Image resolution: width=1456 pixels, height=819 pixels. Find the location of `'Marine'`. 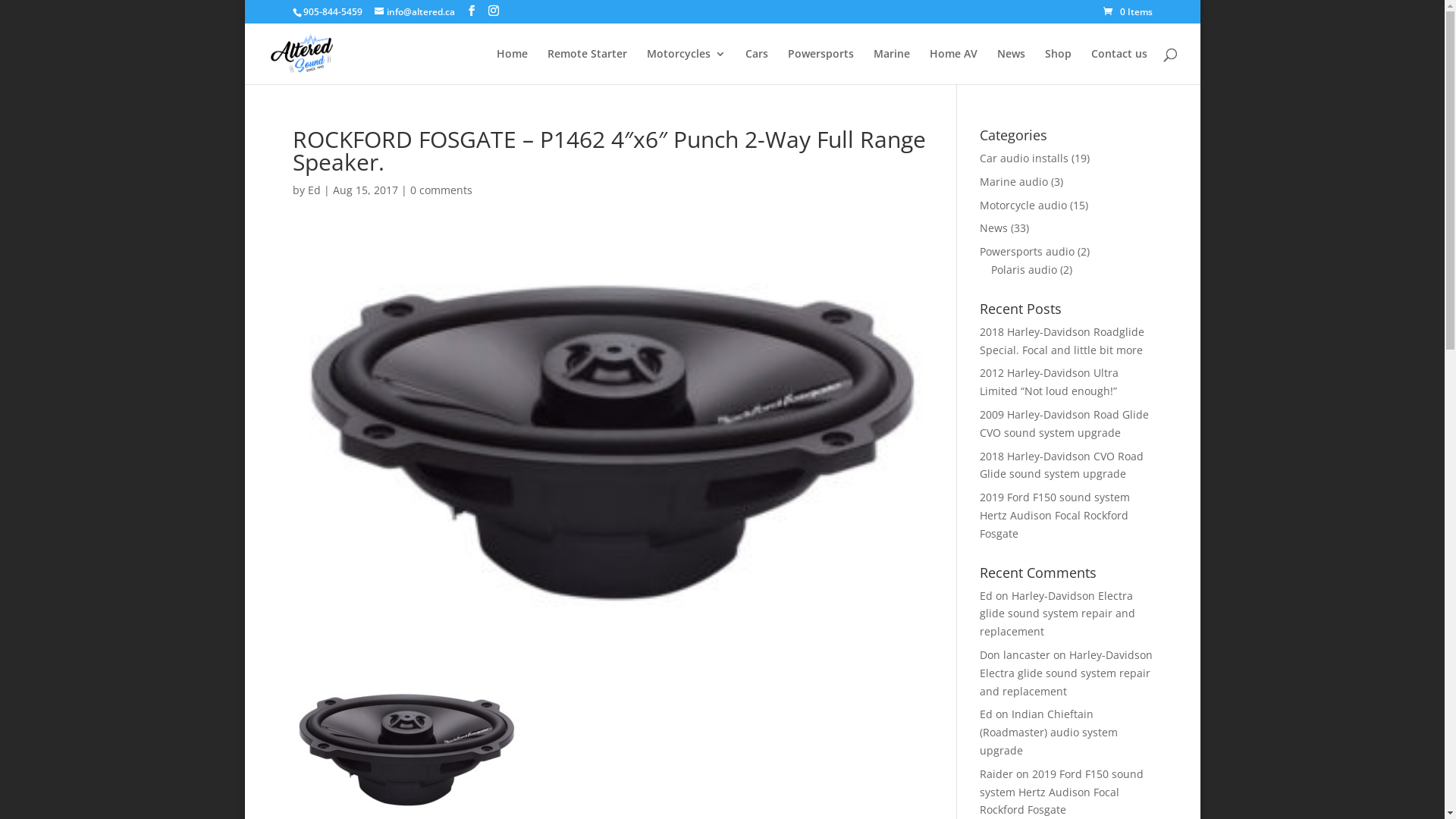

'Marine' is located at coordinates (892, 65).